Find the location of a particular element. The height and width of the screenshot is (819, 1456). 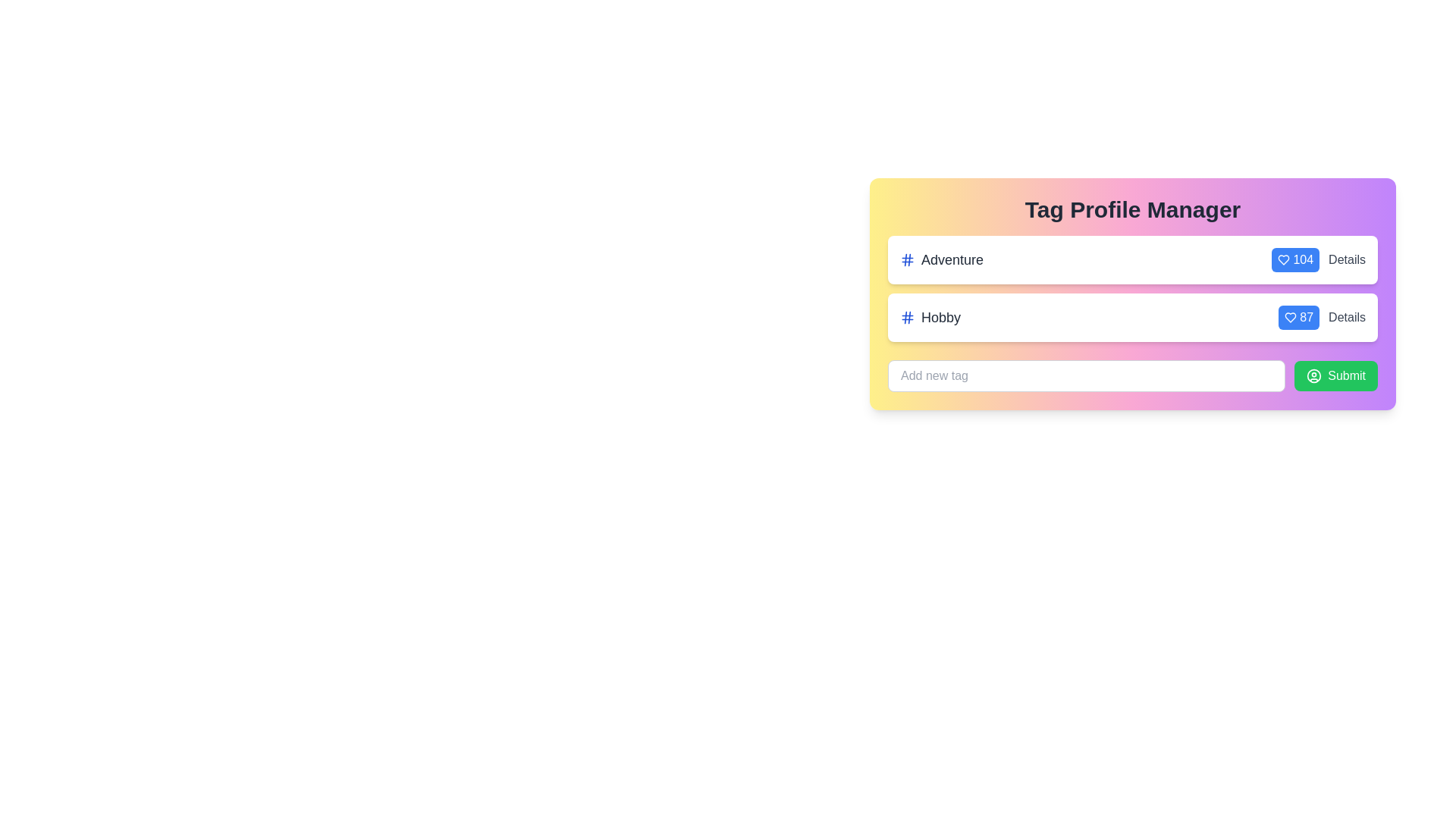

the 'Adventure' tag element located in the 'Tag Profile Manager' section is located at coordinates (941, 259).